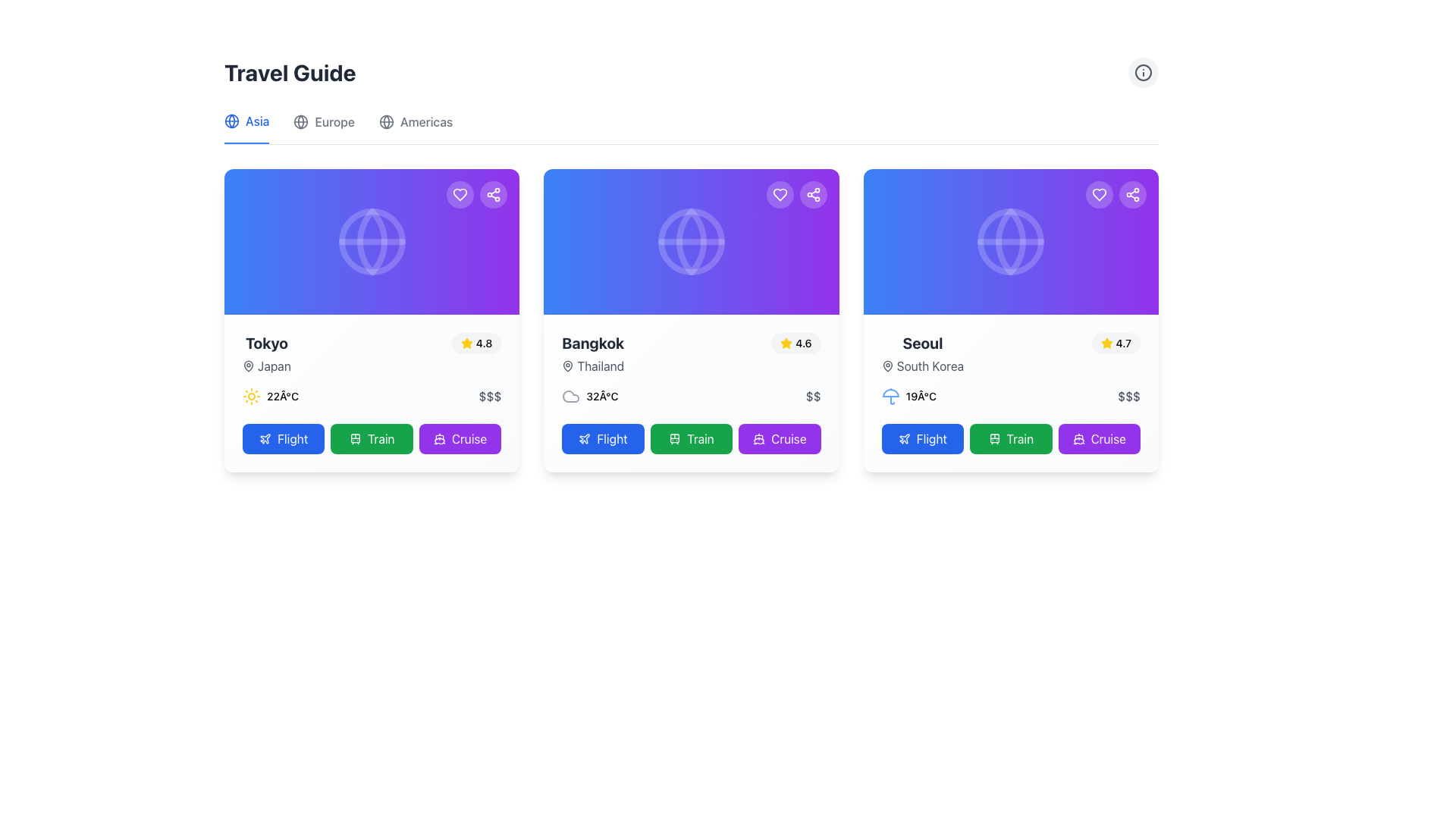 The height and width of the screenshot is (819, 1456). What do you see at coordinates (301, 121) in the screenshot?
I see `the circular SVG graphical element that visually distinguishes the section for Asia in the navigation UI by moving the cursor to its center point` at bounding box center [301, 121].